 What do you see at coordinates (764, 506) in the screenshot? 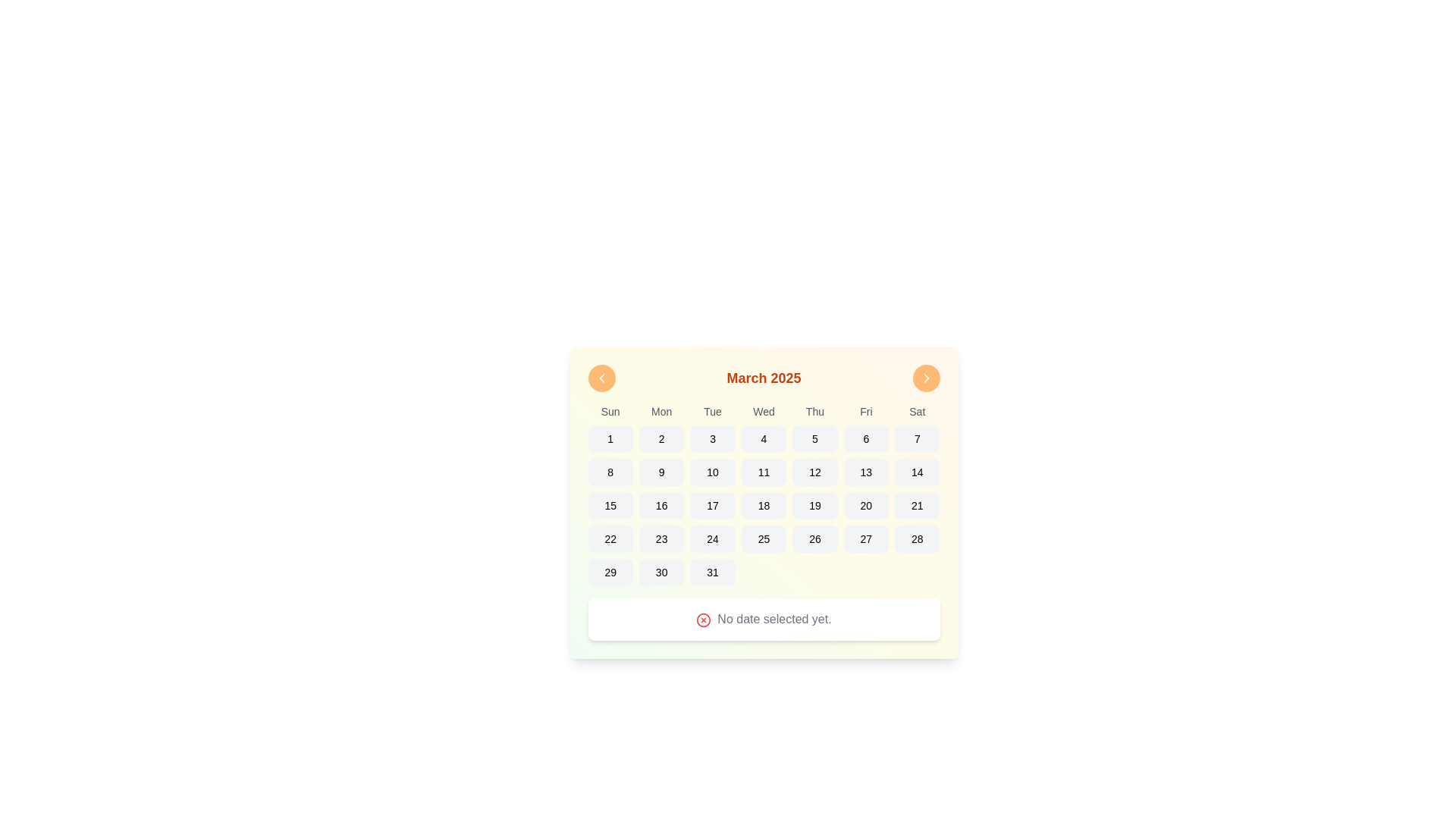
I see `the button displaying the number '18' in the calendar grid` at bounding box center [764, 506].